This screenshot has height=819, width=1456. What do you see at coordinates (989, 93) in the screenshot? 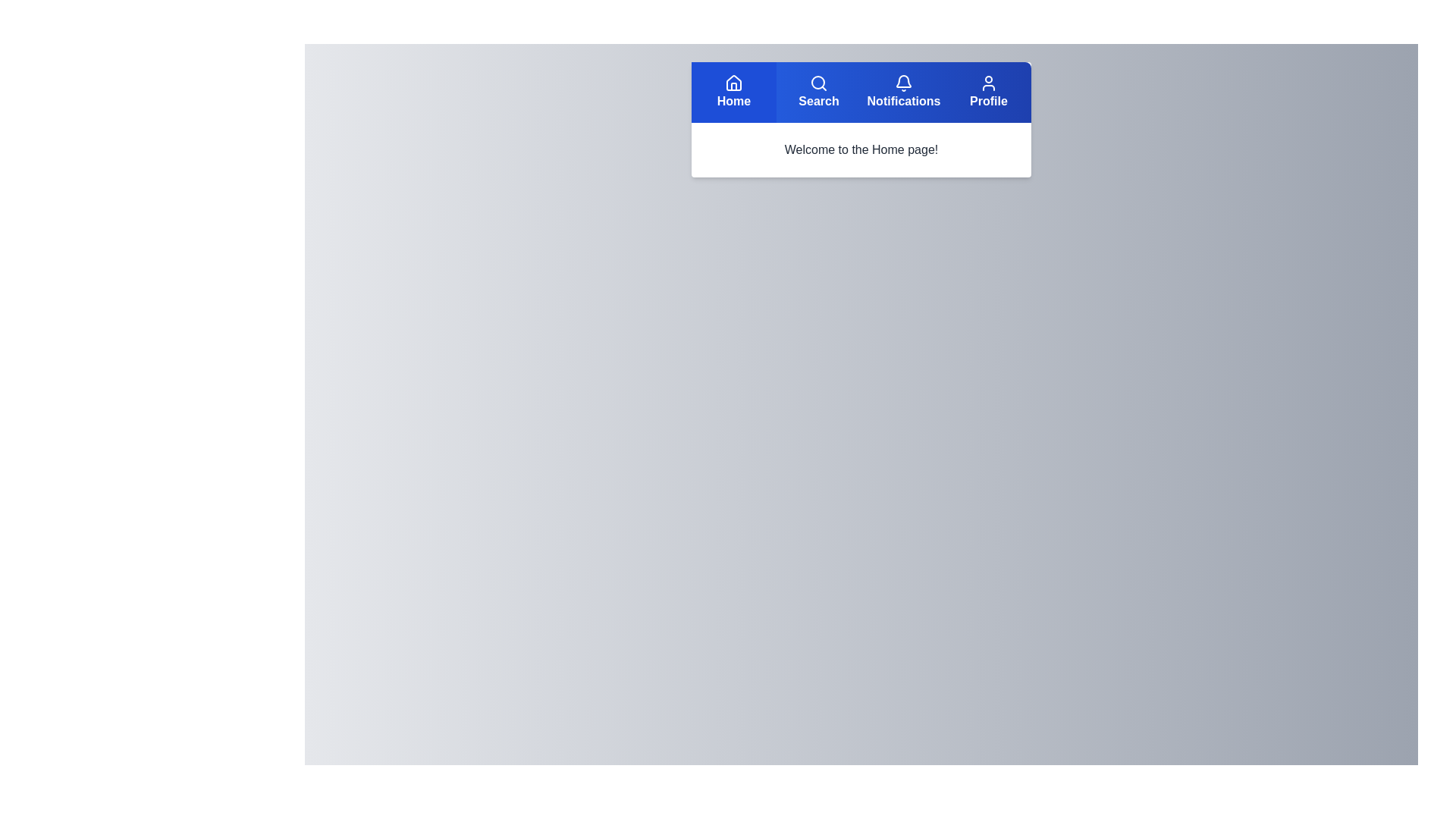
I see `the Profile button in the navigation bar` at bounding box center [989, 93].